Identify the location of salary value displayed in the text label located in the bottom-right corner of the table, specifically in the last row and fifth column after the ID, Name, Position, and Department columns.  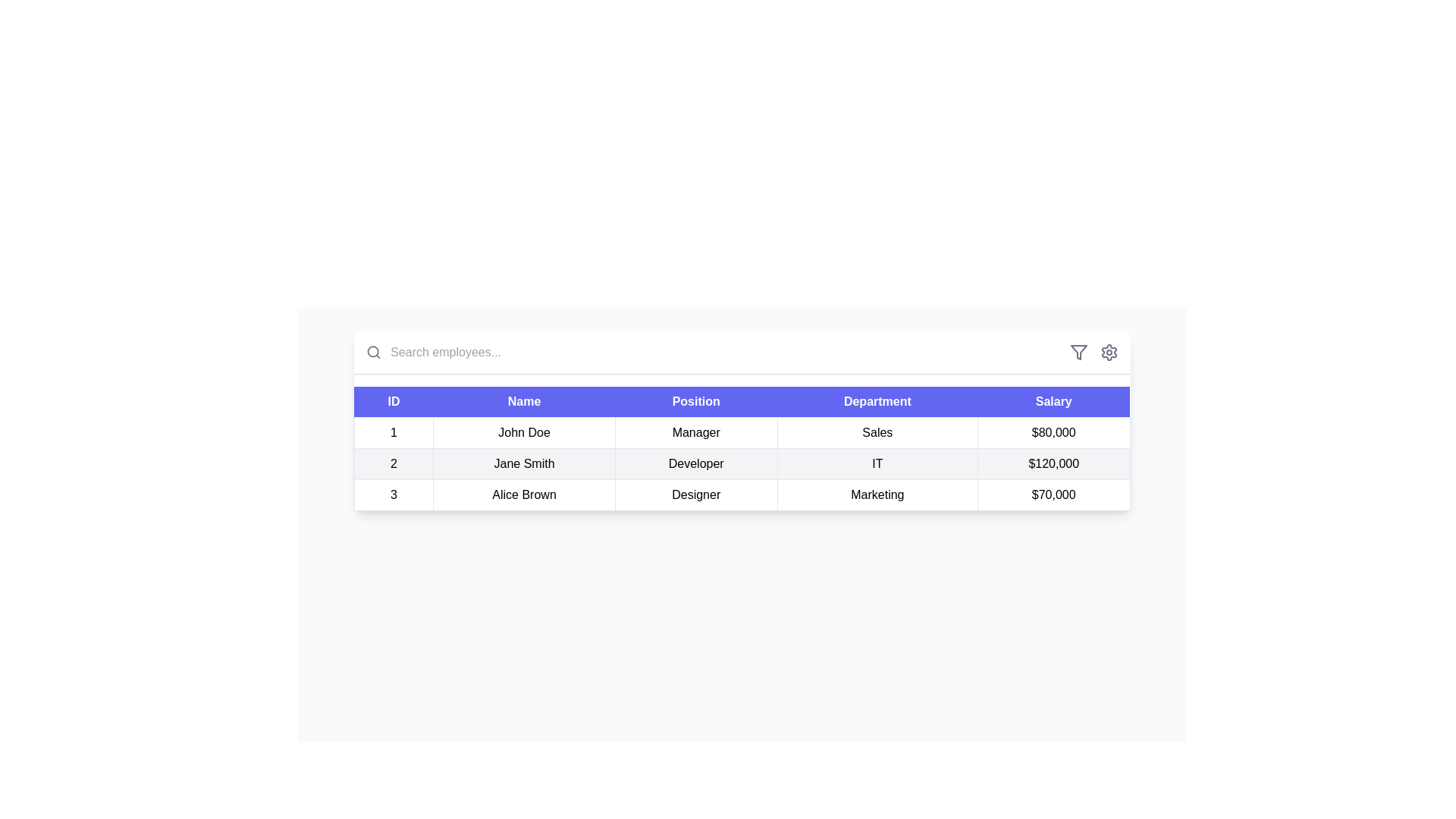
(1053, 494).